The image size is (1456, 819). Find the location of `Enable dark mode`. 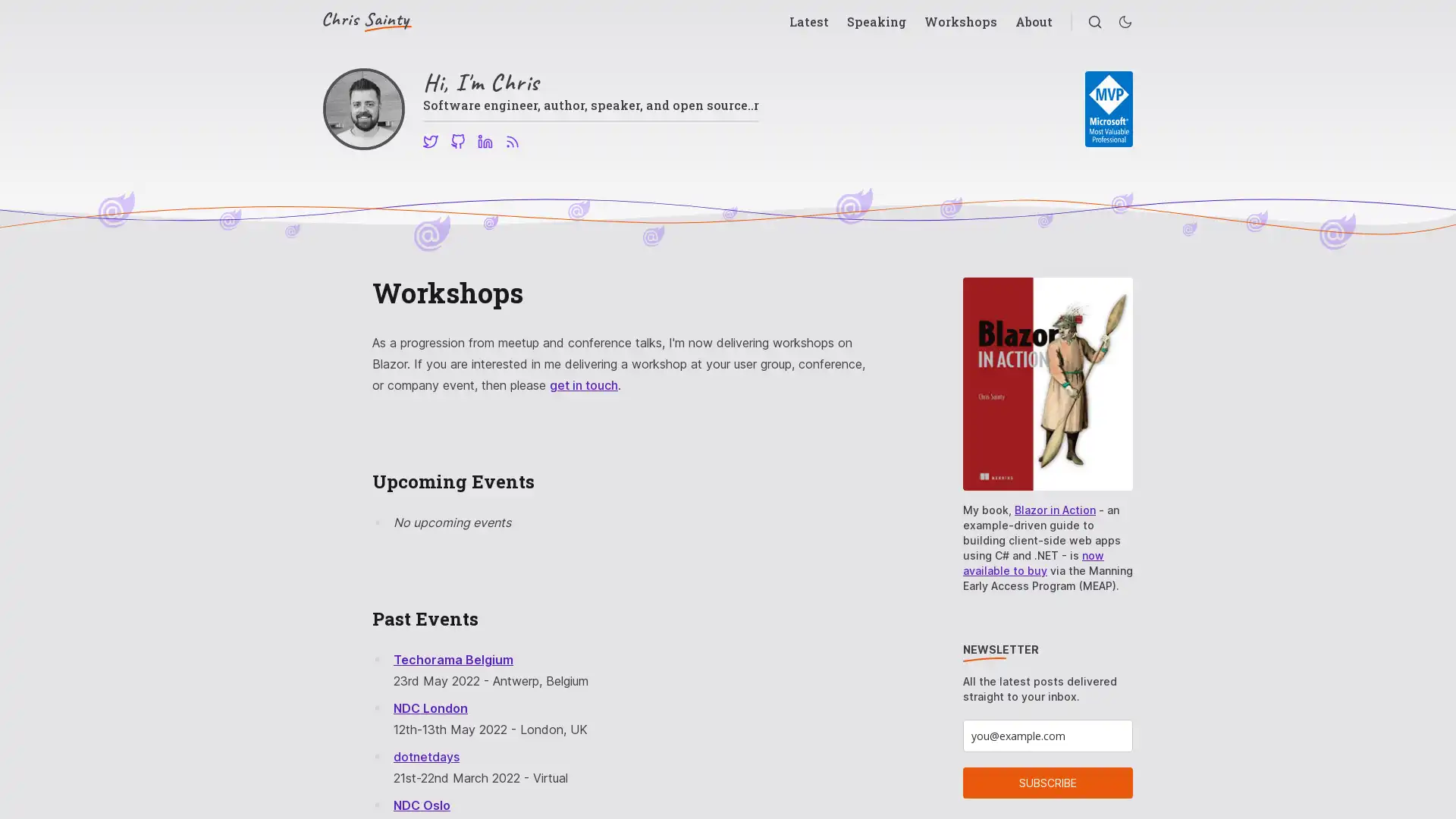

Enable dark mode is located at coordinates (1125, 22).